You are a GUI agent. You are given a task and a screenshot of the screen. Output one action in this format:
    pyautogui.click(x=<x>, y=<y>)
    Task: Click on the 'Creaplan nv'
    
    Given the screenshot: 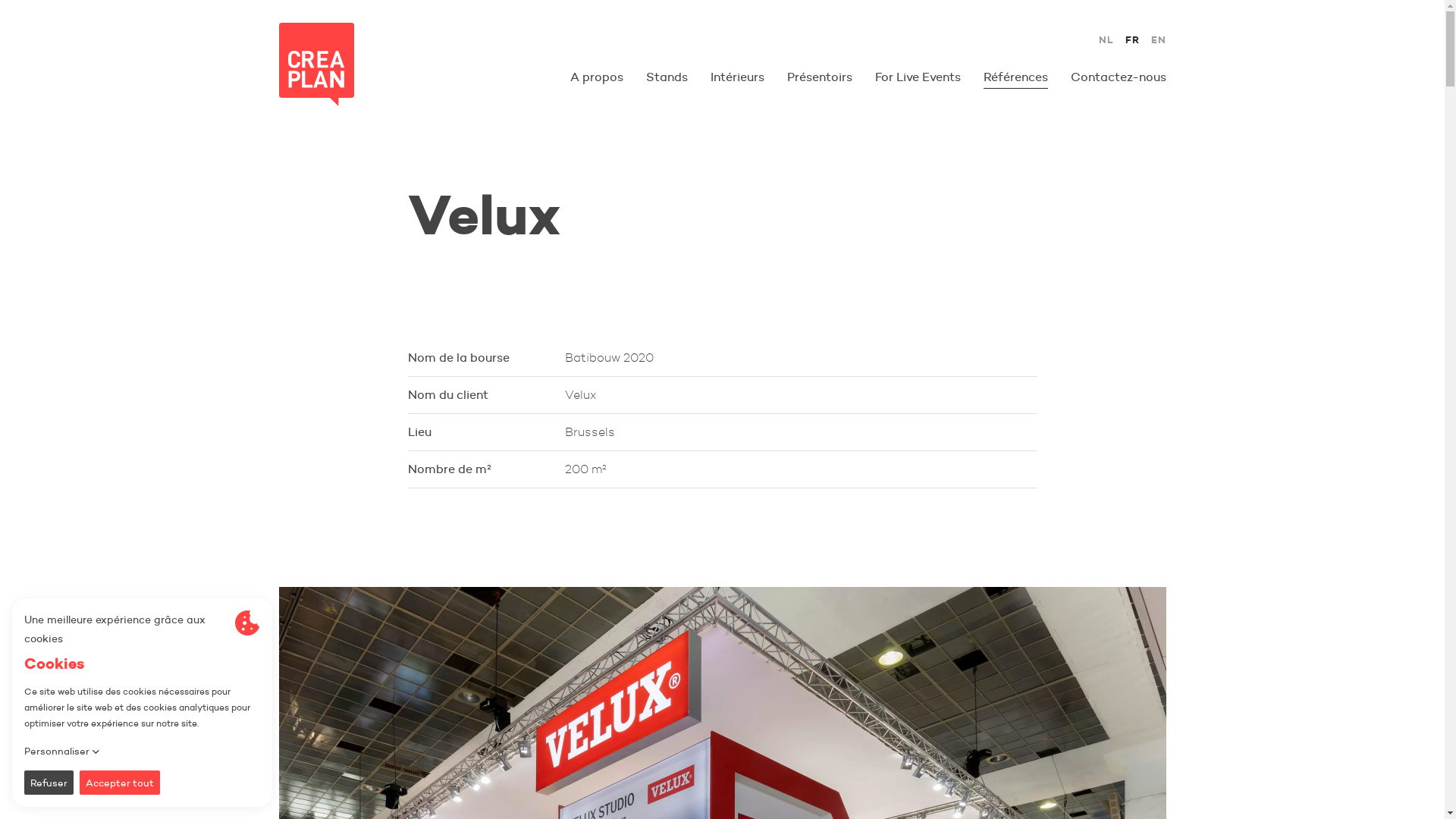 What is the action you would take?
    pyautogui.click(x=315, y=63)
    